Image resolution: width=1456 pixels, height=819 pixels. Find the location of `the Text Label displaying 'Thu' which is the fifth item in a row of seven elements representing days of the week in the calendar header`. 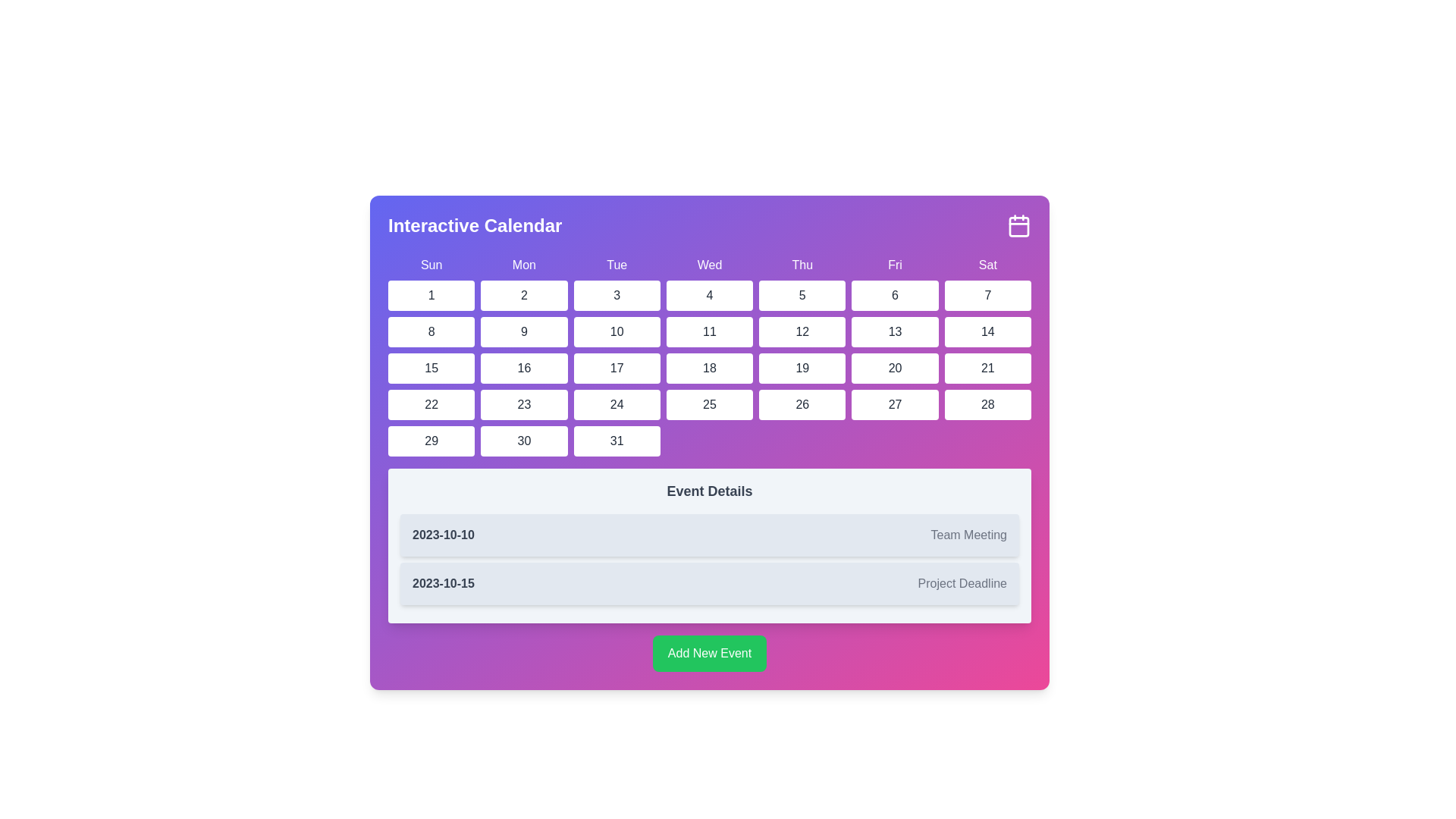

the Text Label displaying 'Thu' which is the fifth item in a row of seven elements representing days of the week in the calendar header is located at coordinates (802, 265).